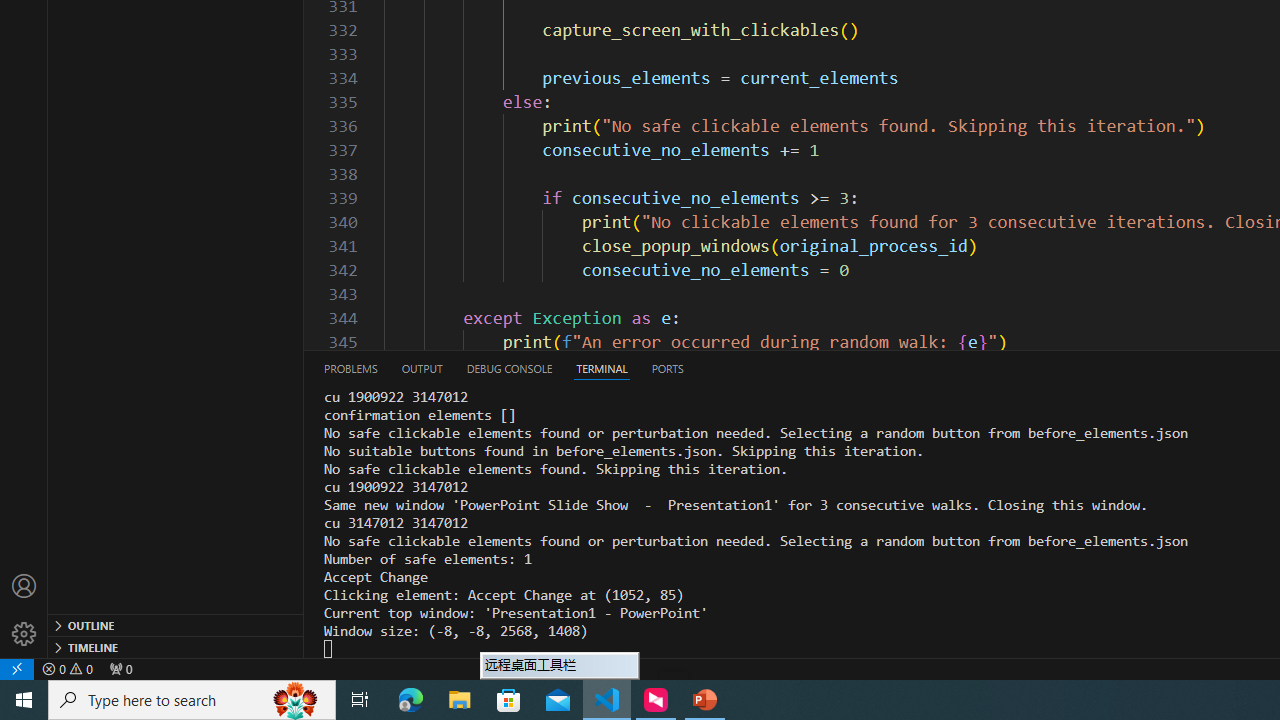  Describe the element at coordinates (17, 668) in the screenshot. I see `'remote'` at that location.